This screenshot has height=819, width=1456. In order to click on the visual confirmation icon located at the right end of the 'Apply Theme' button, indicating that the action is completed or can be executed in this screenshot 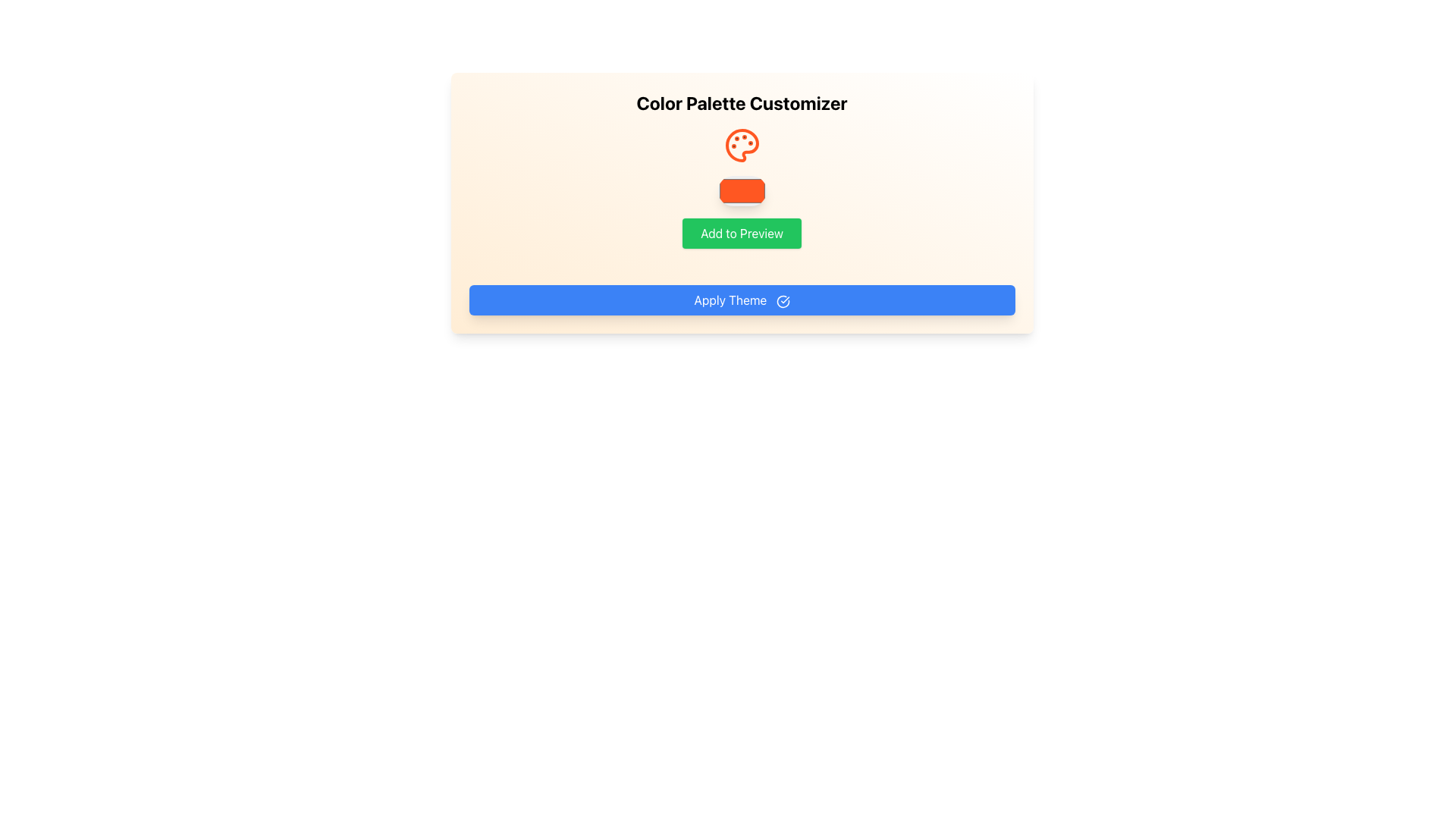, I will do `click(783, 301)`.